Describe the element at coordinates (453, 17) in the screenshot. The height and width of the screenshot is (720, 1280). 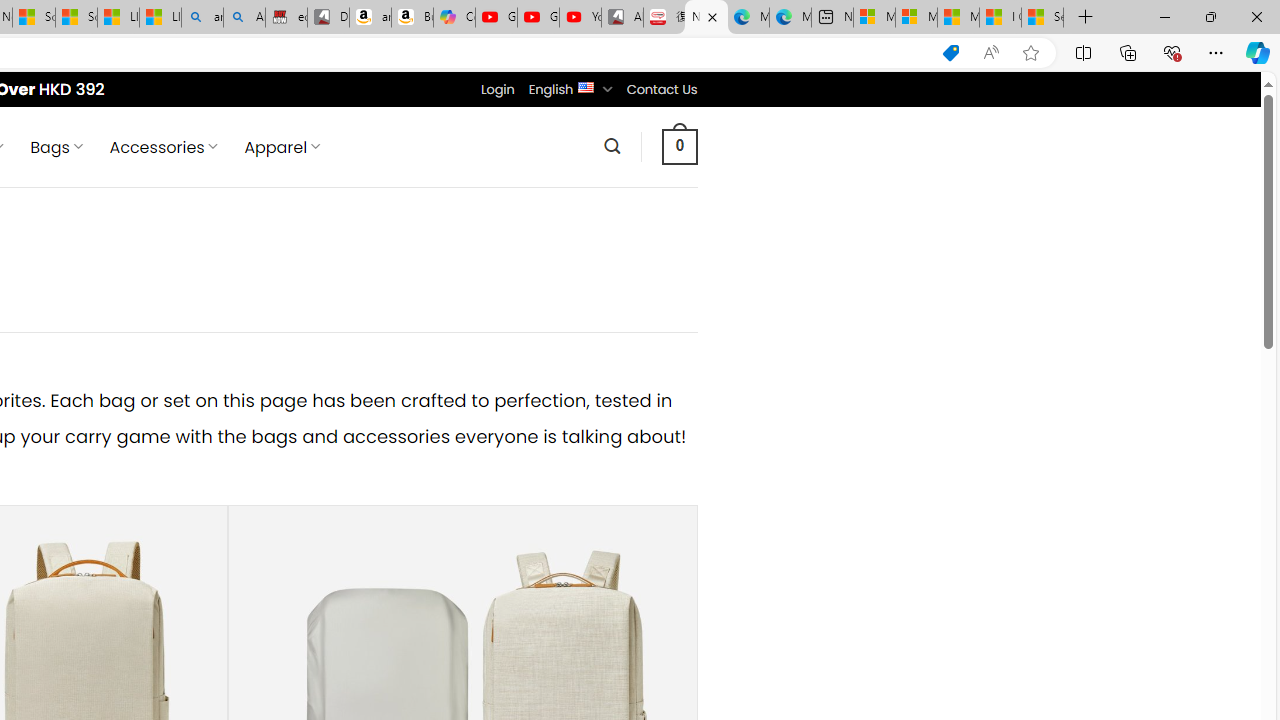
I see `'Copilot'` at that location.